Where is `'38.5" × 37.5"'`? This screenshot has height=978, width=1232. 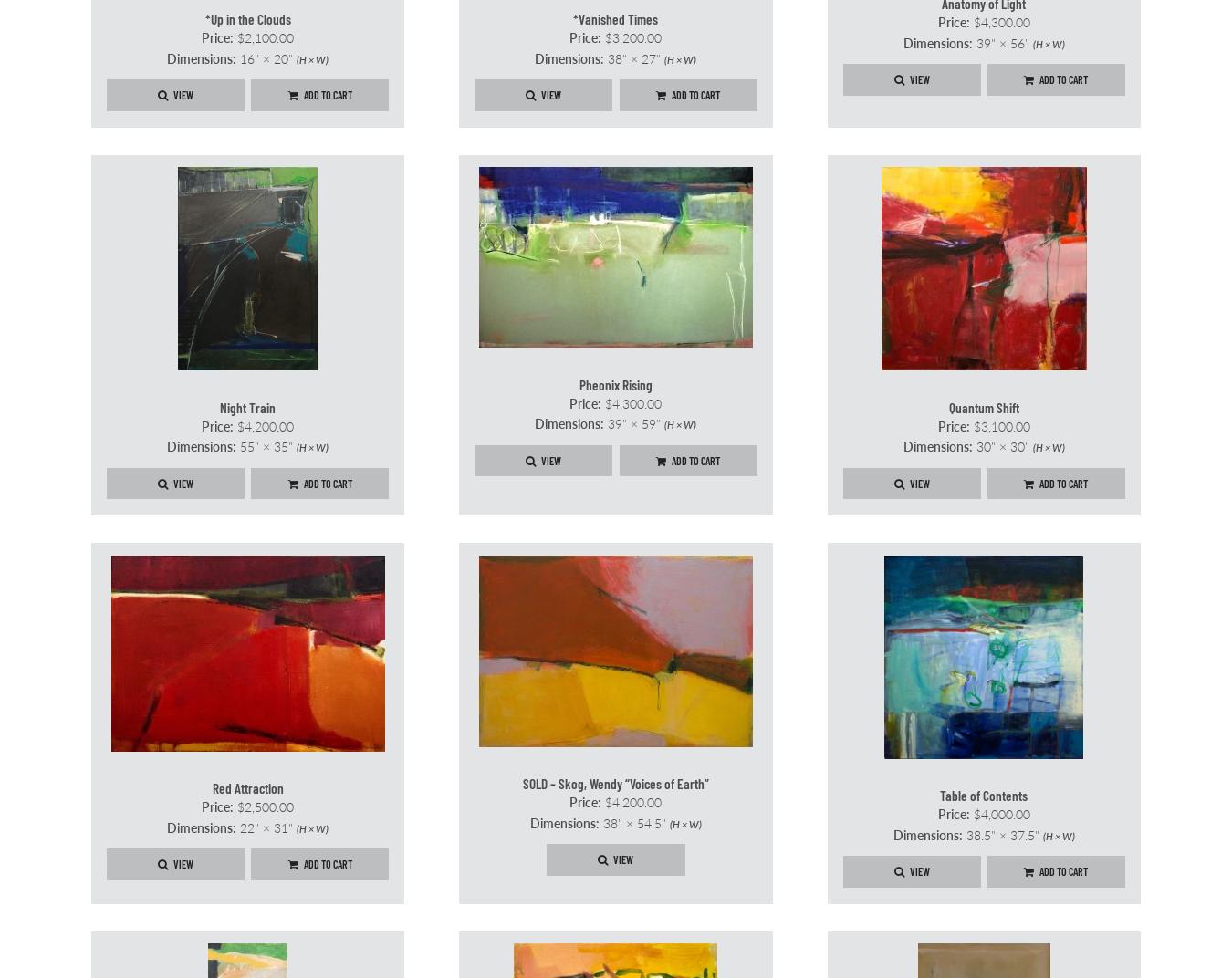
'38.5" × 37.5"' is located at coordinates (1001, 833).